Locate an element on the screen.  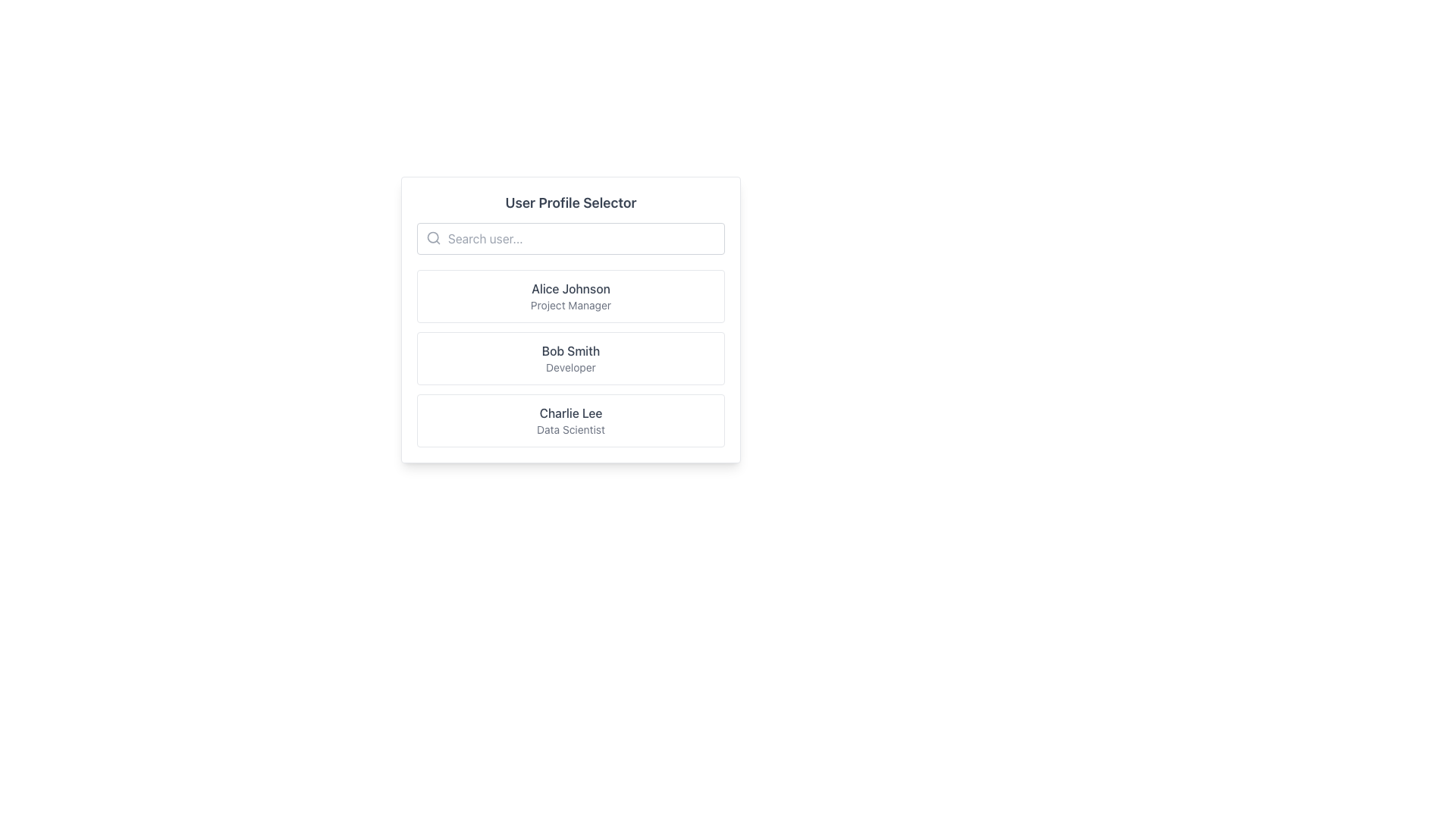
the text label reading 'Project Manager', which is styled in gray and located under 'Alice Johnson' is located at coordinates (570, 305).